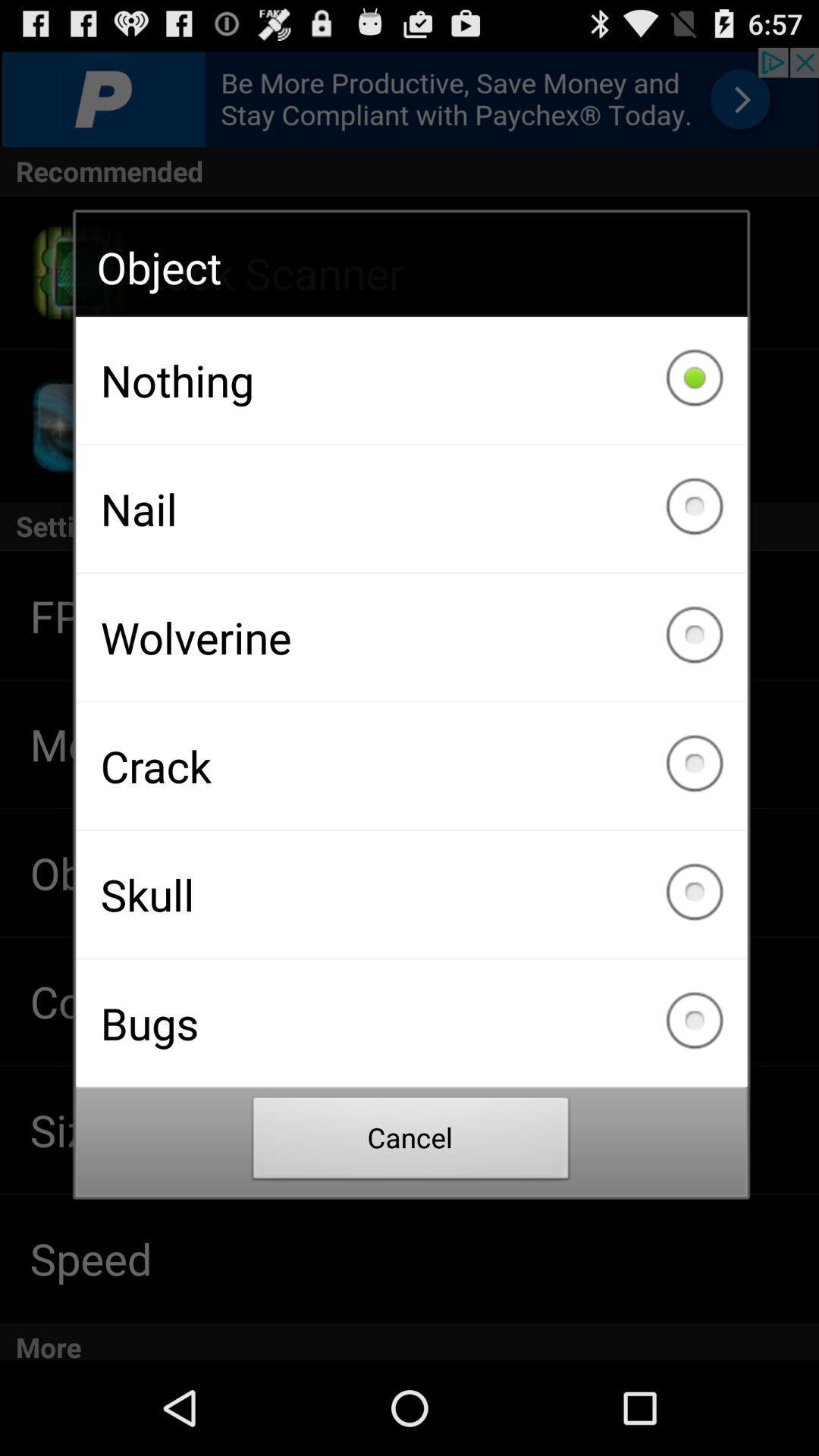  Describe the element at coordinates (411, 1142) in the screenshot. I see `cancel button` at that location.